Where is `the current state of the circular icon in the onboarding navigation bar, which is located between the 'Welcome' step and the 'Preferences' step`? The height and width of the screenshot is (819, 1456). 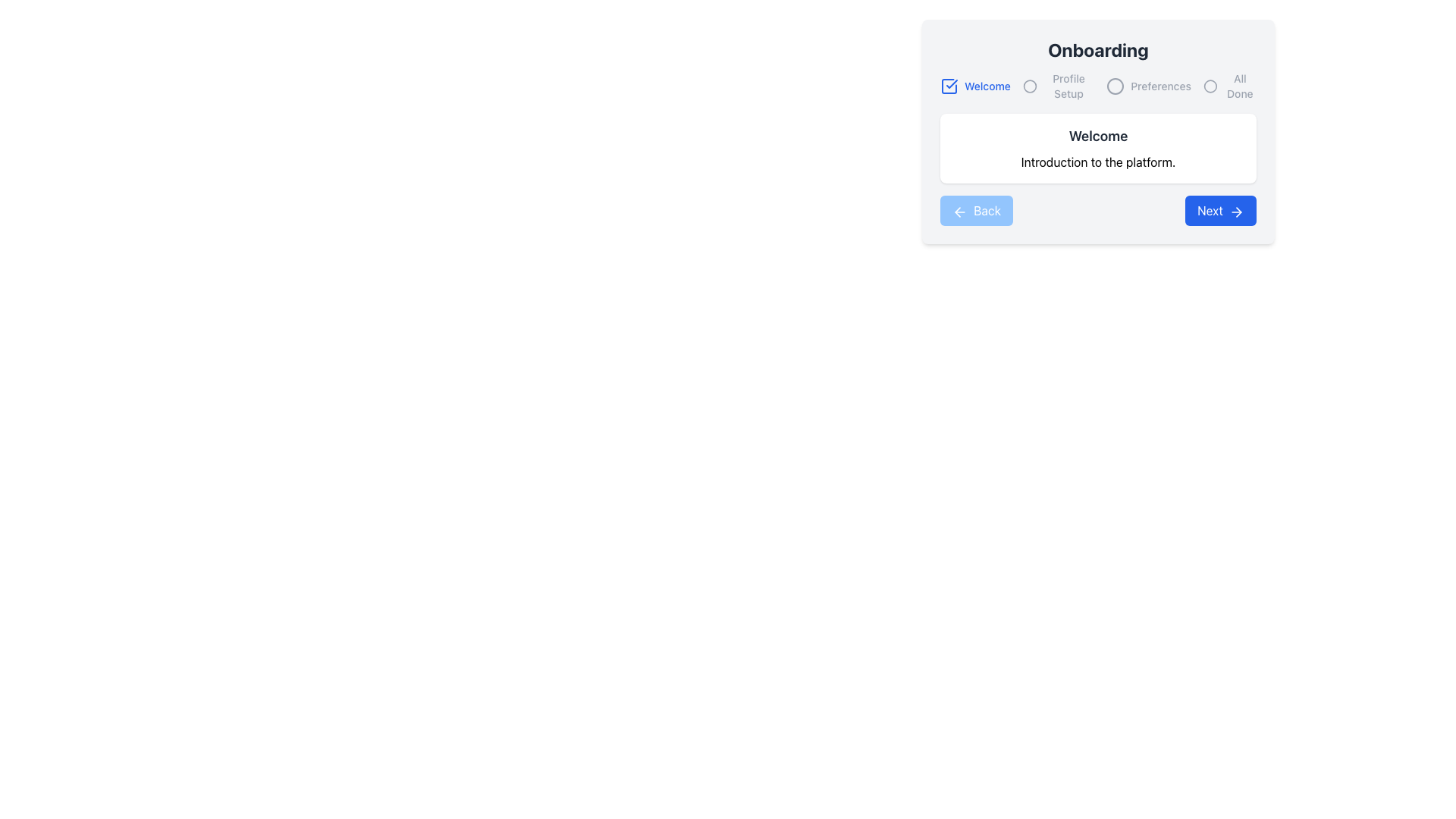
the current state of the circular icon in the onboarding navigation bar, which is located between the 'Welcome' step and the 'Preferences' step is located at coordinates (1030, 86).